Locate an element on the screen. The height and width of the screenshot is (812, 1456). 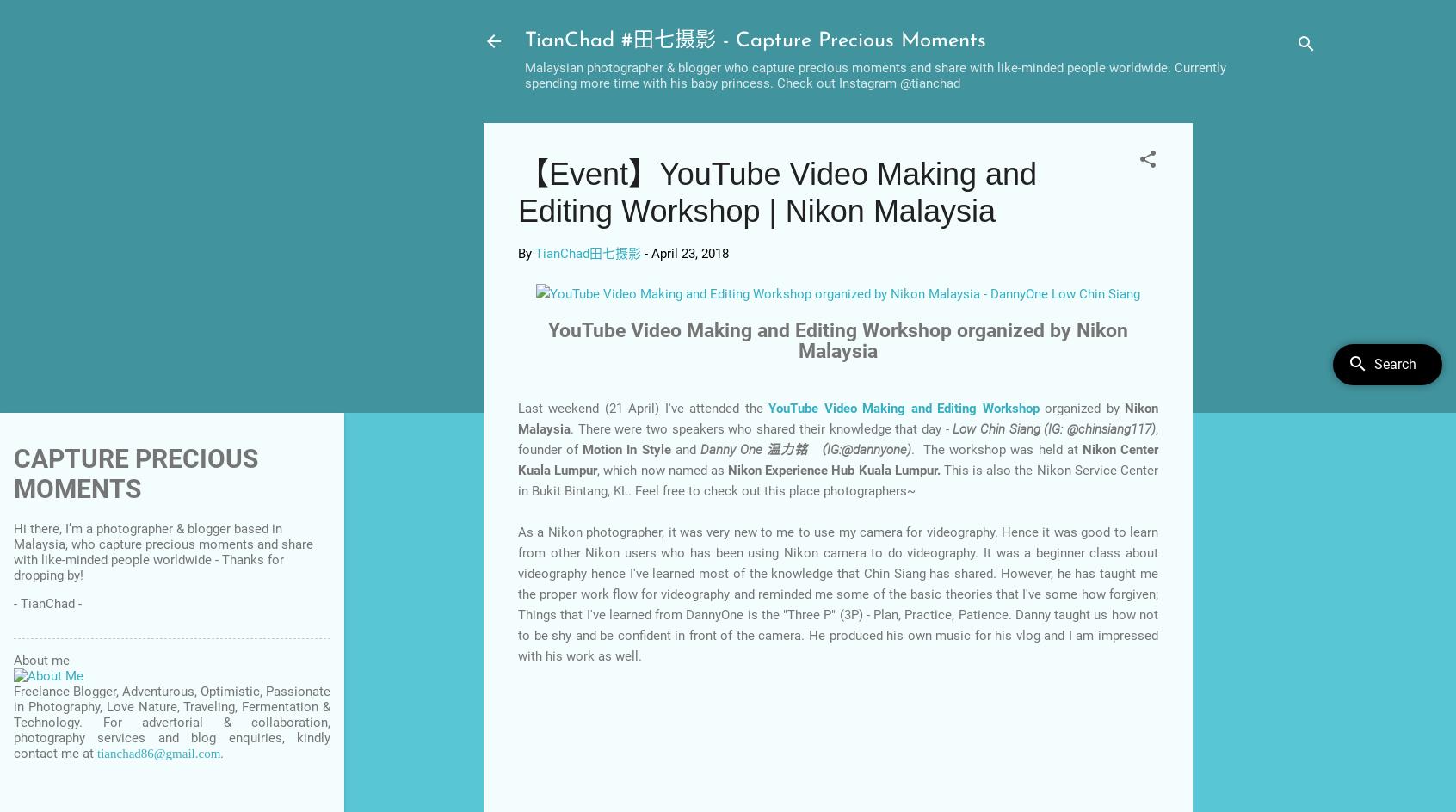
'.  The workshop was held at' is located at coordinates (995, 449).